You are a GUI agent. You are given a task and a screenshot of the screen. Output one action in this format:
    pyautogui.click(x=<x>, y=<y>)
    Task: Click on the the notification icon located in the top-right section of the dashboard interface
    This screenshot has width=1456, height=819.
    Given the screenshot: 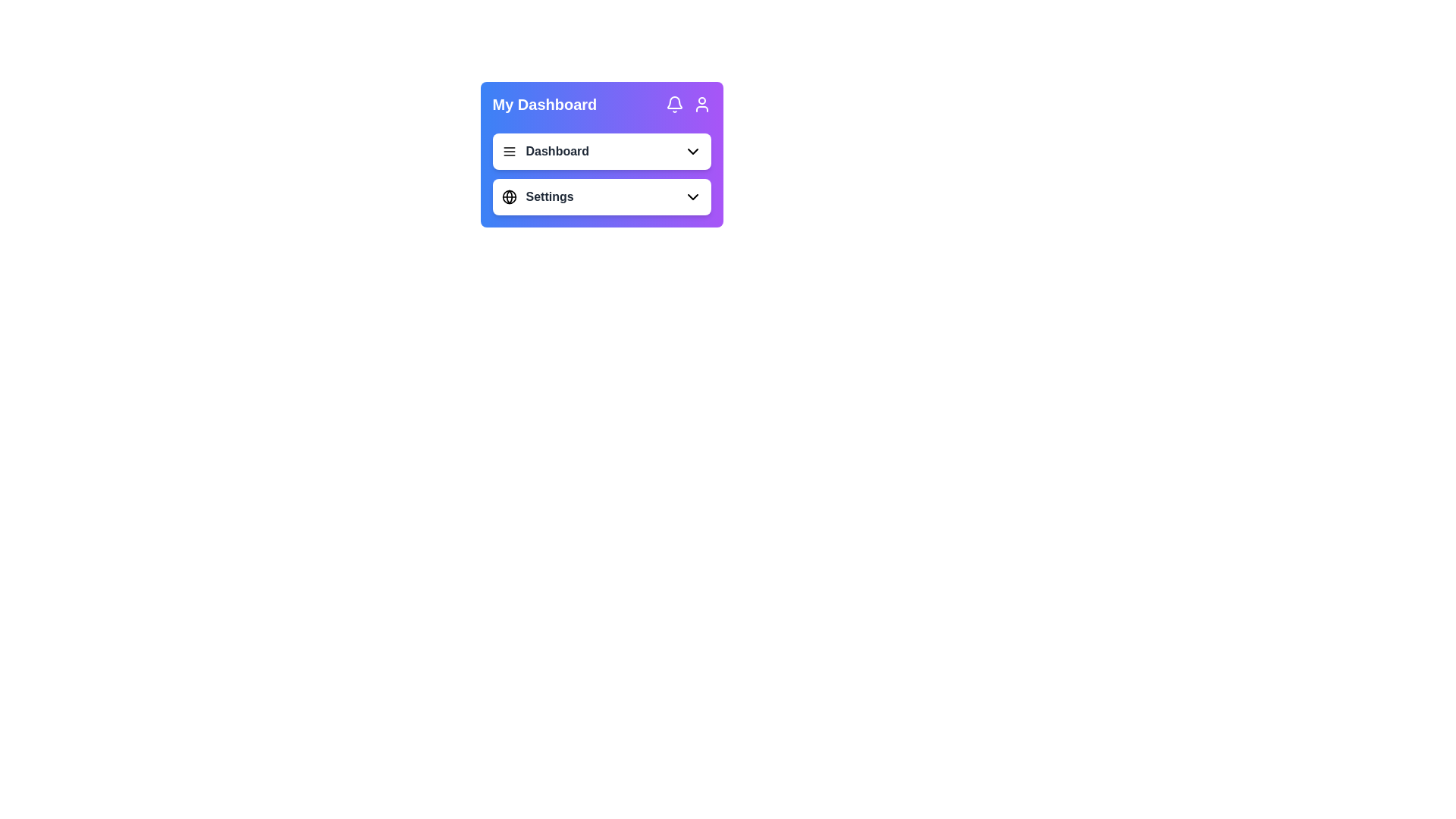 What is the action you would take?
    pyautogui.click(x=673, y=102)
    